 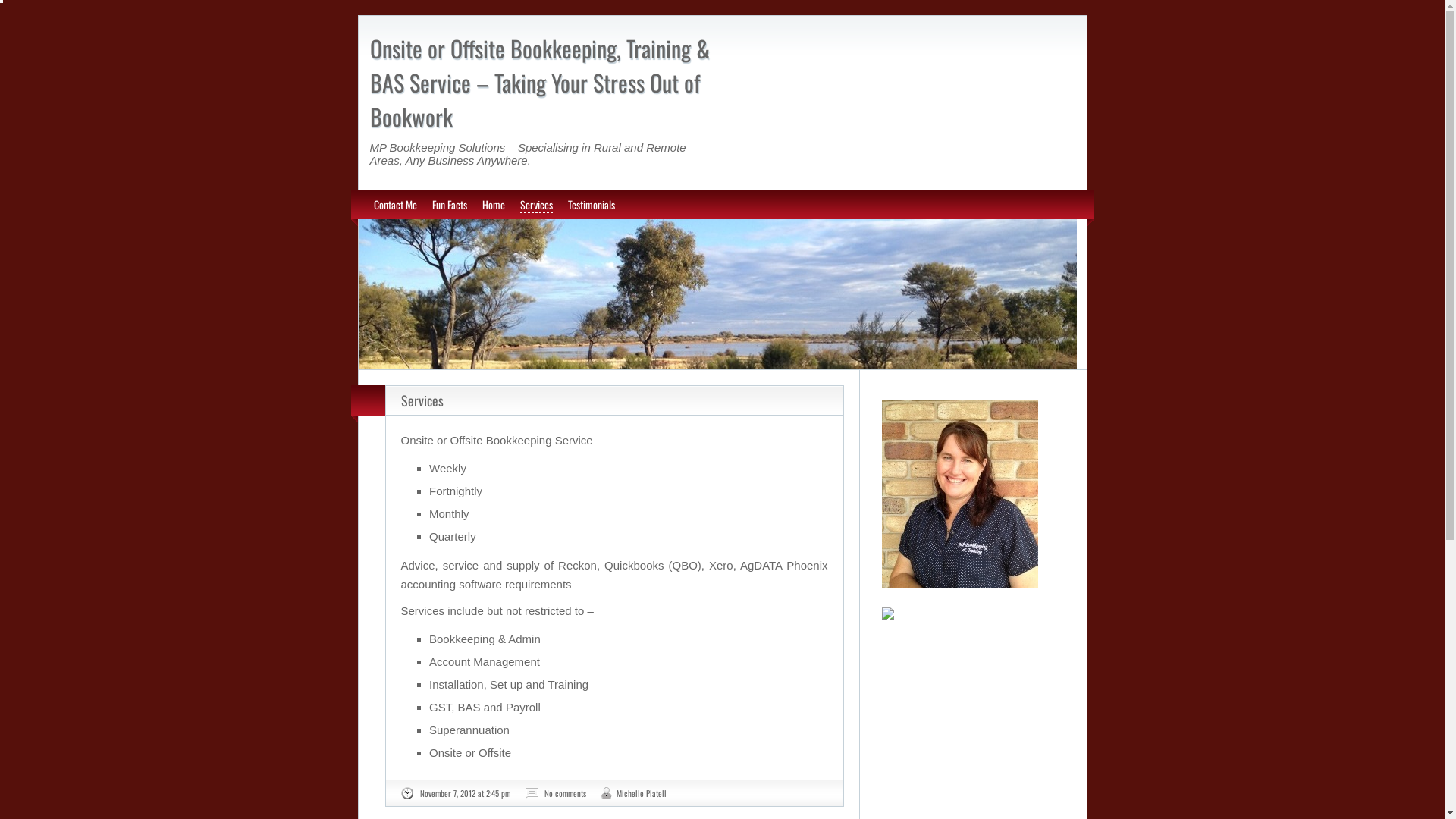 What do you see at coordinates (536, 205) in the screenshot?
I see `'Services'` at bounding box center [536, 205].